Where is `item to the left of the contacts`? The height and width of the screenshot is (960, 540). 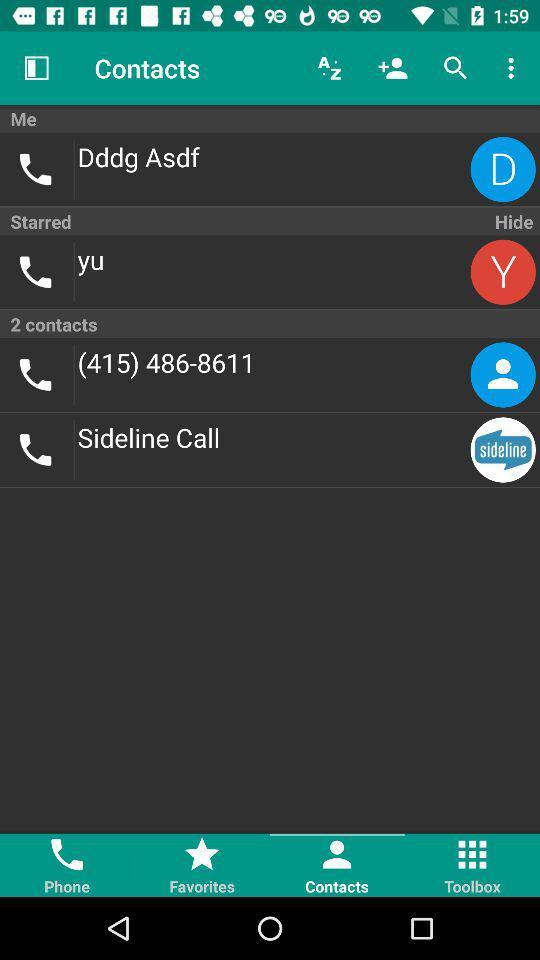 item to the left of the contacts is located at coordinates (36, 68).